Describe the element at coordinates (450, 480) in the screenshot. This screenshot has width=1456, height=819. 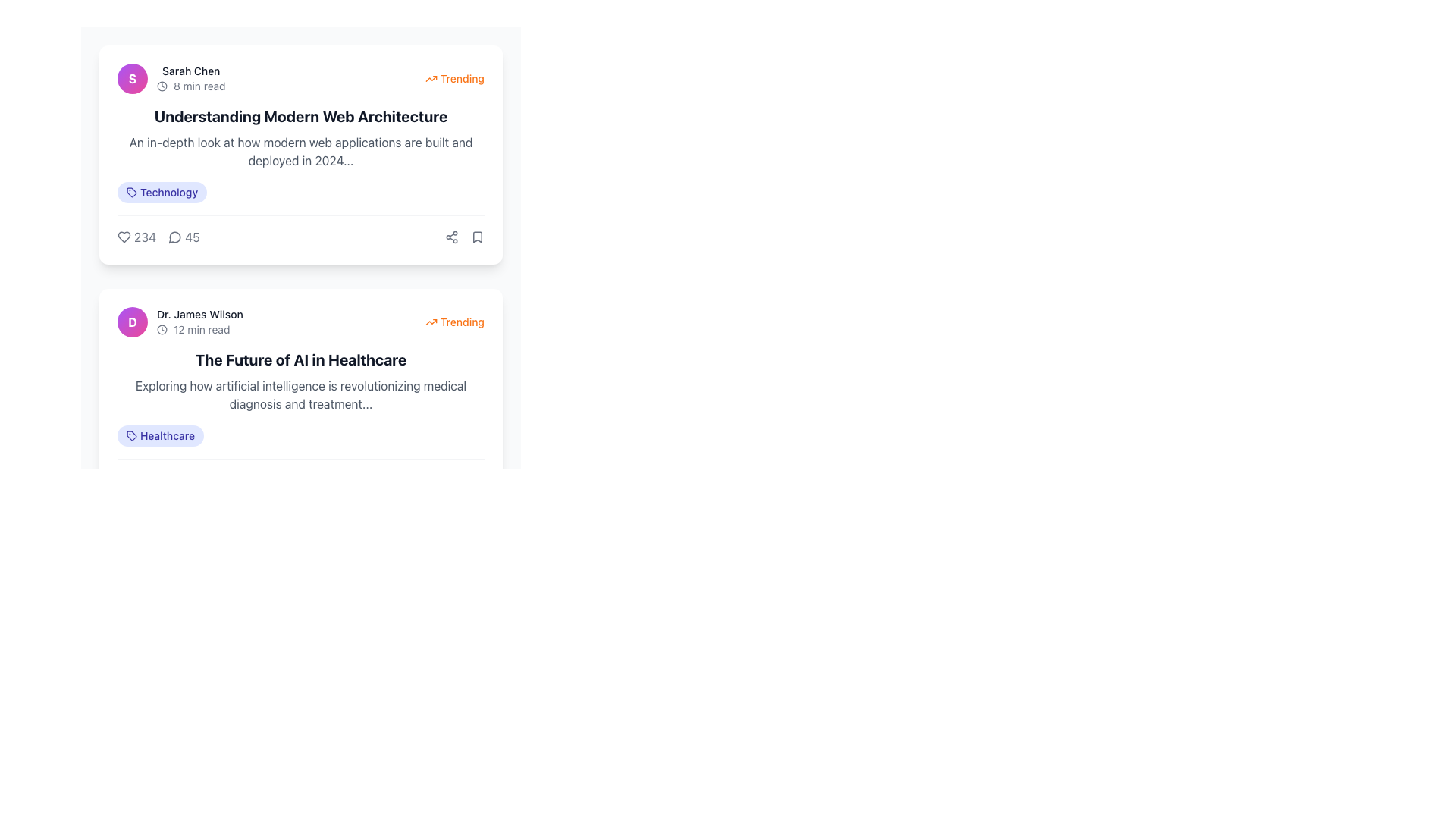
I see `the circular button with three dots, which turns green on hover` at that location.